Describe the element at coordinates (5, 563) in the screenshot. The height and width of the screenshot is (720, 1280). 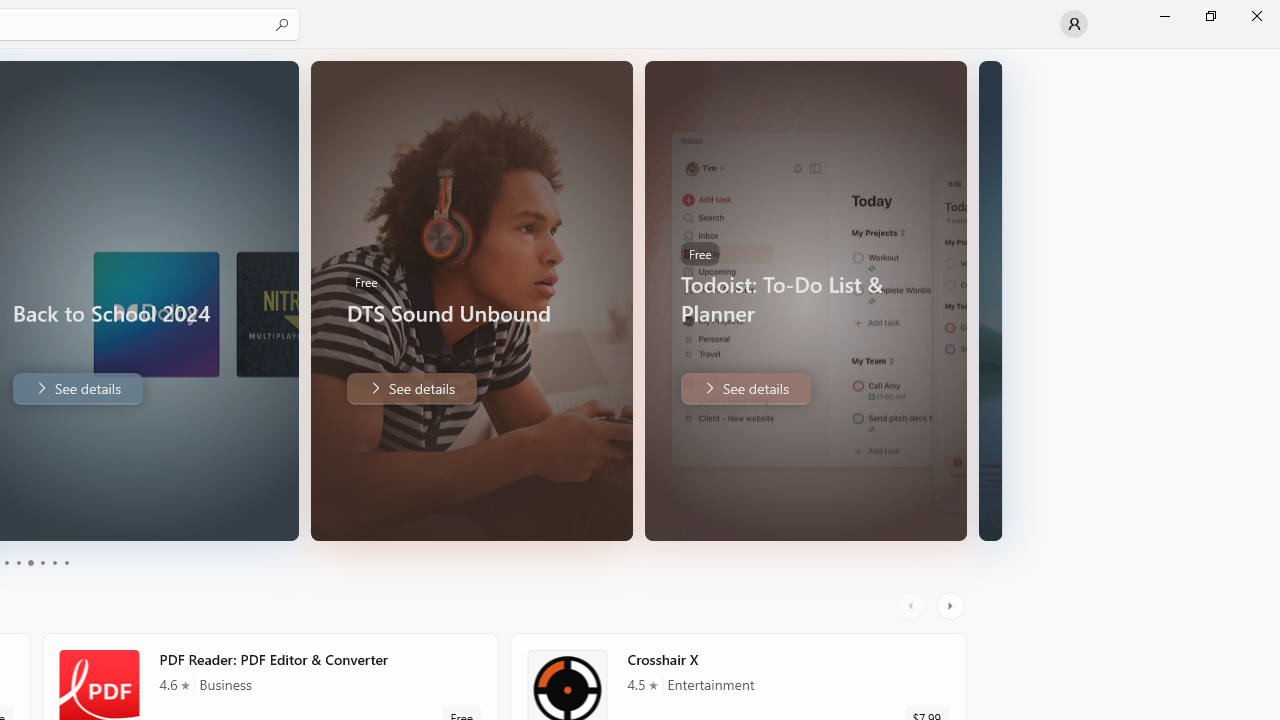
I see `'Page 1'` at that location.